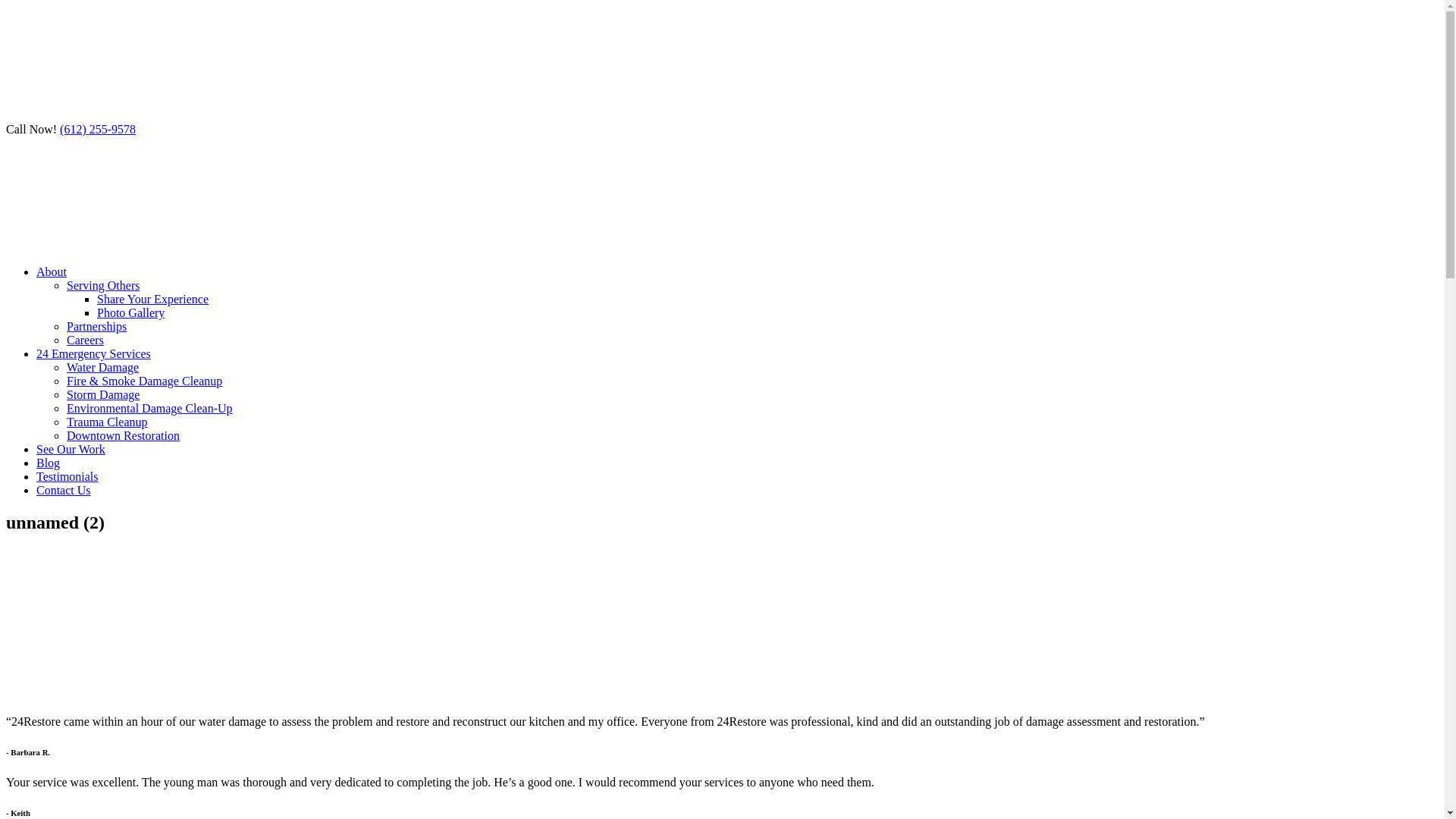  What do you see at coordinates (93, 353) in the screenshot?
I see `'24 Emergency Services'` at bounding box center [93, 353].